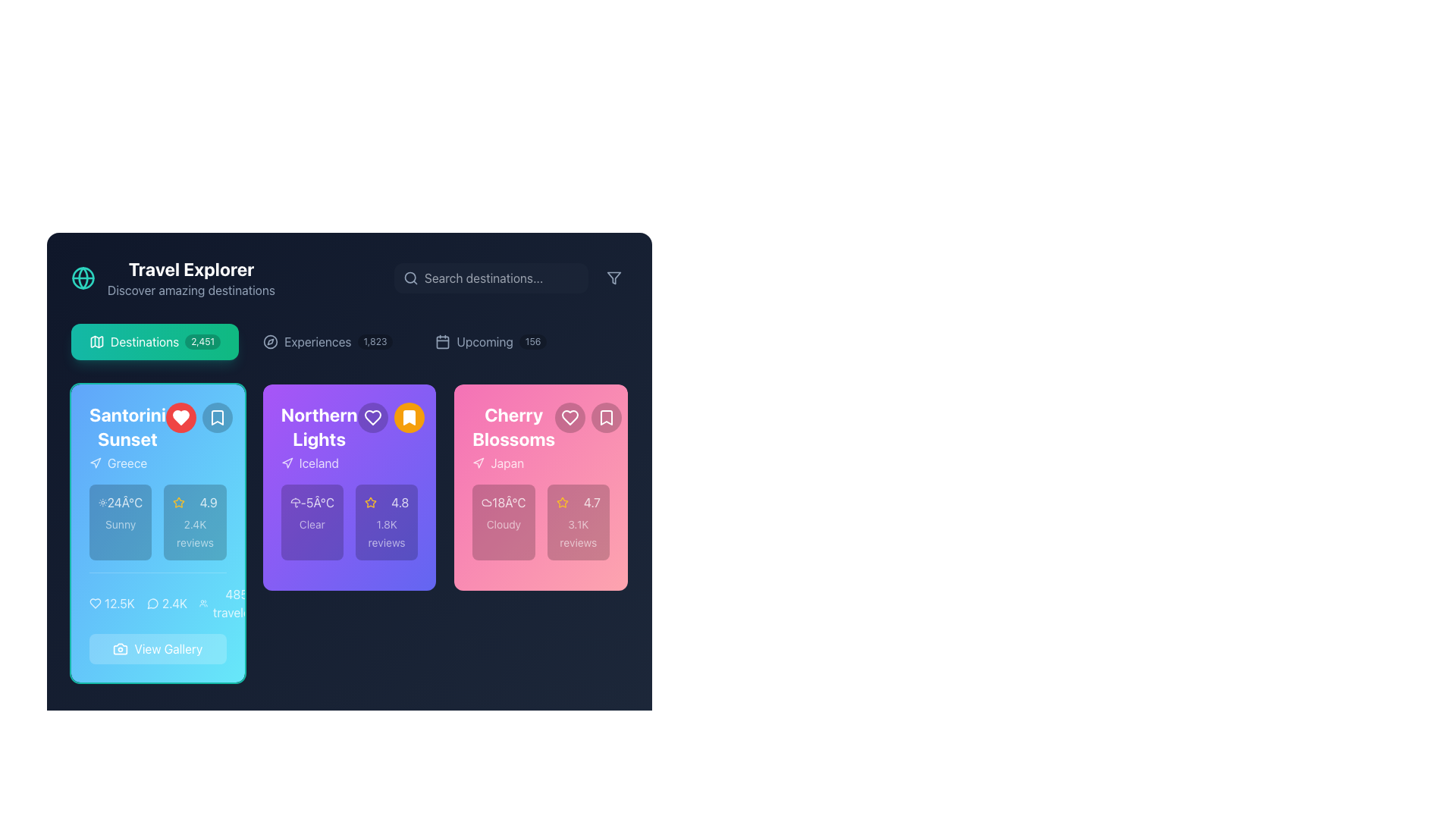 The image size is (1456, 819). What do you see at coordinates (513, 462) in the screenshot?
I see `the text label displaying 'Japan' located at the bottom of the 'Cherry Blossoms' card, which is highlighted with a pink background` at bounding box center [513, 462].